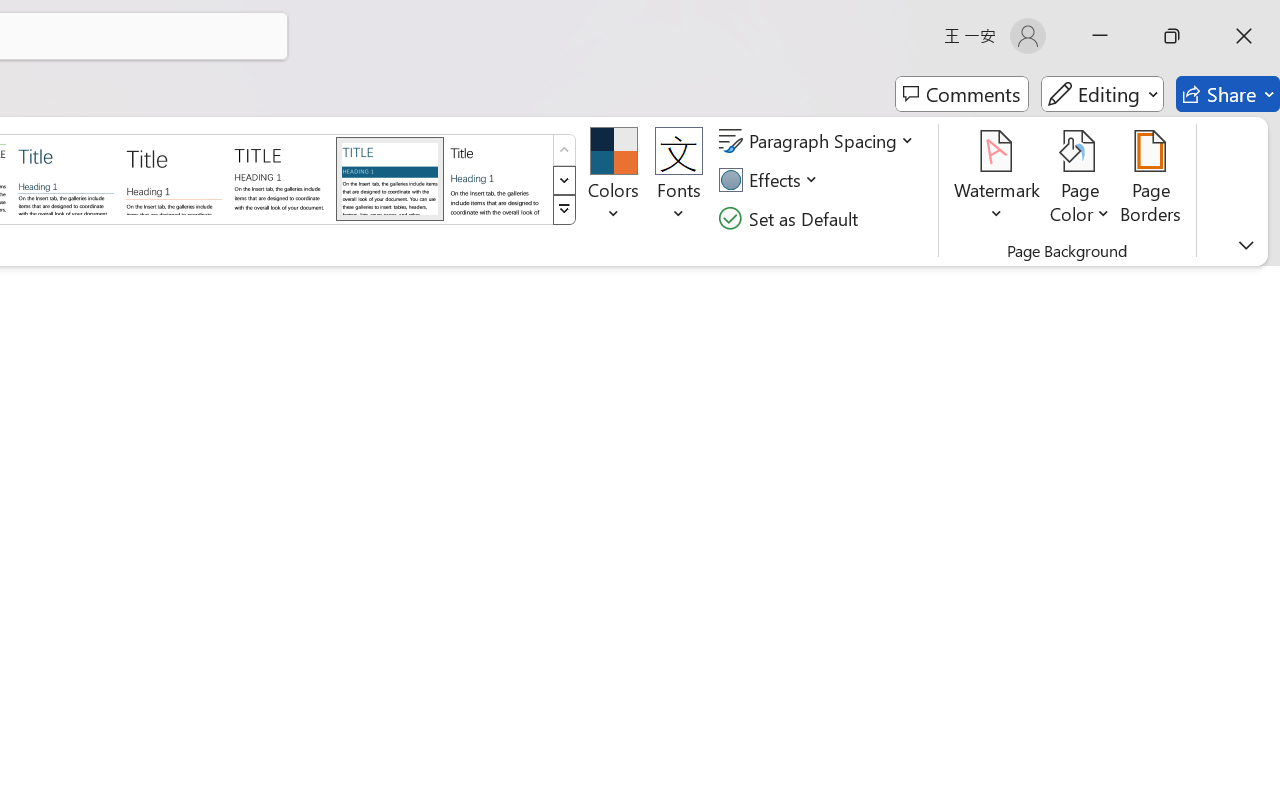 The height and width of the screenshot is (800, 1280). What do you see at coordinates (819, 141) in the screenshot?
I see `'Paragraph Spacing'` at bounding box center [819, 141].